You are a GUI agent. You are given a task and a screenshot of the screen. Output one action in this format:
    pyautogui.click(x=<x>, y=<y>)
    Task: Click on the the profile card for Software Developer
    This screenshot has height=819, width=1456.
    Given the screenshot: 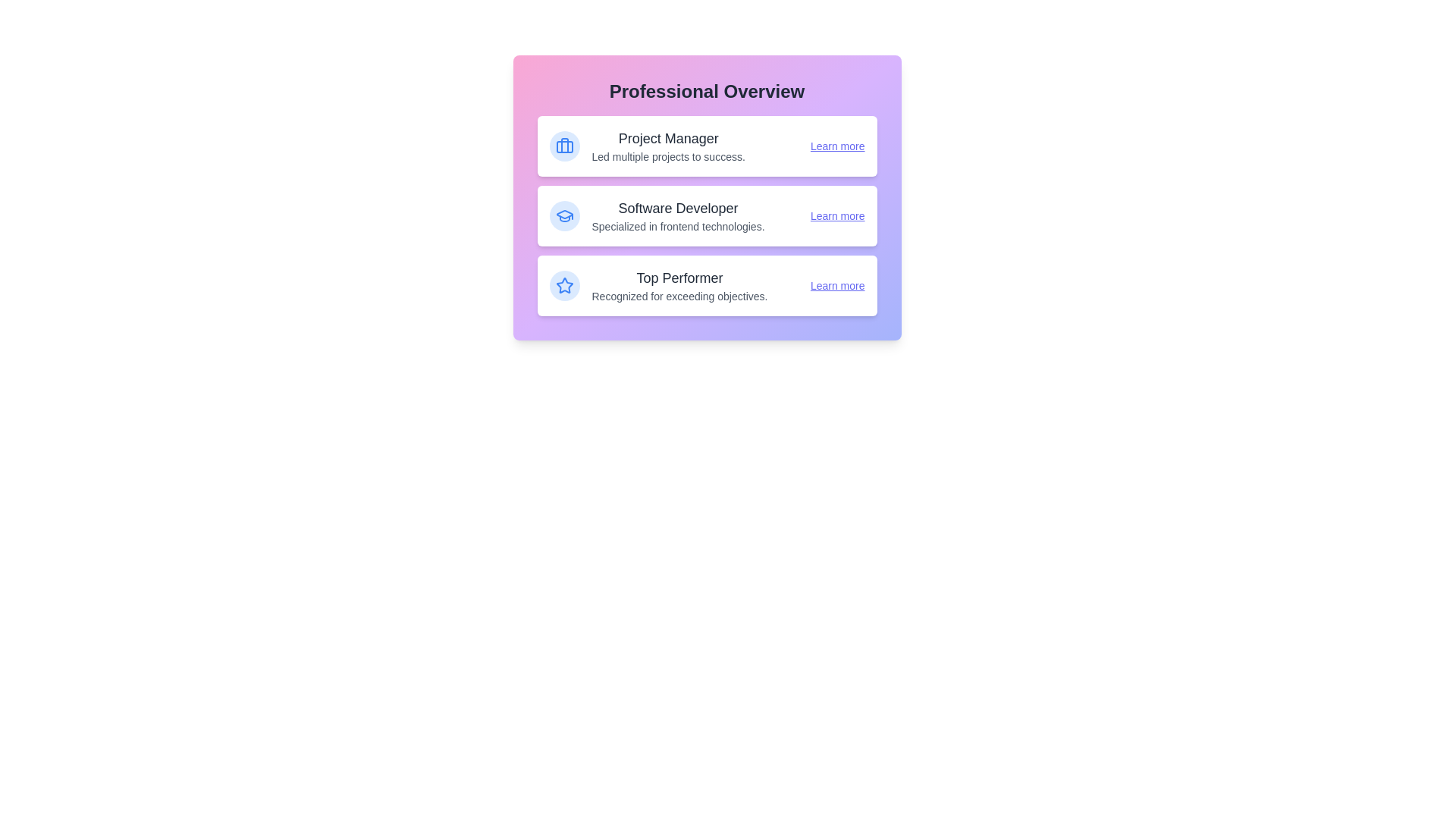 What is the action you would take?
    pyautogui.click(x=706, y=216)
    